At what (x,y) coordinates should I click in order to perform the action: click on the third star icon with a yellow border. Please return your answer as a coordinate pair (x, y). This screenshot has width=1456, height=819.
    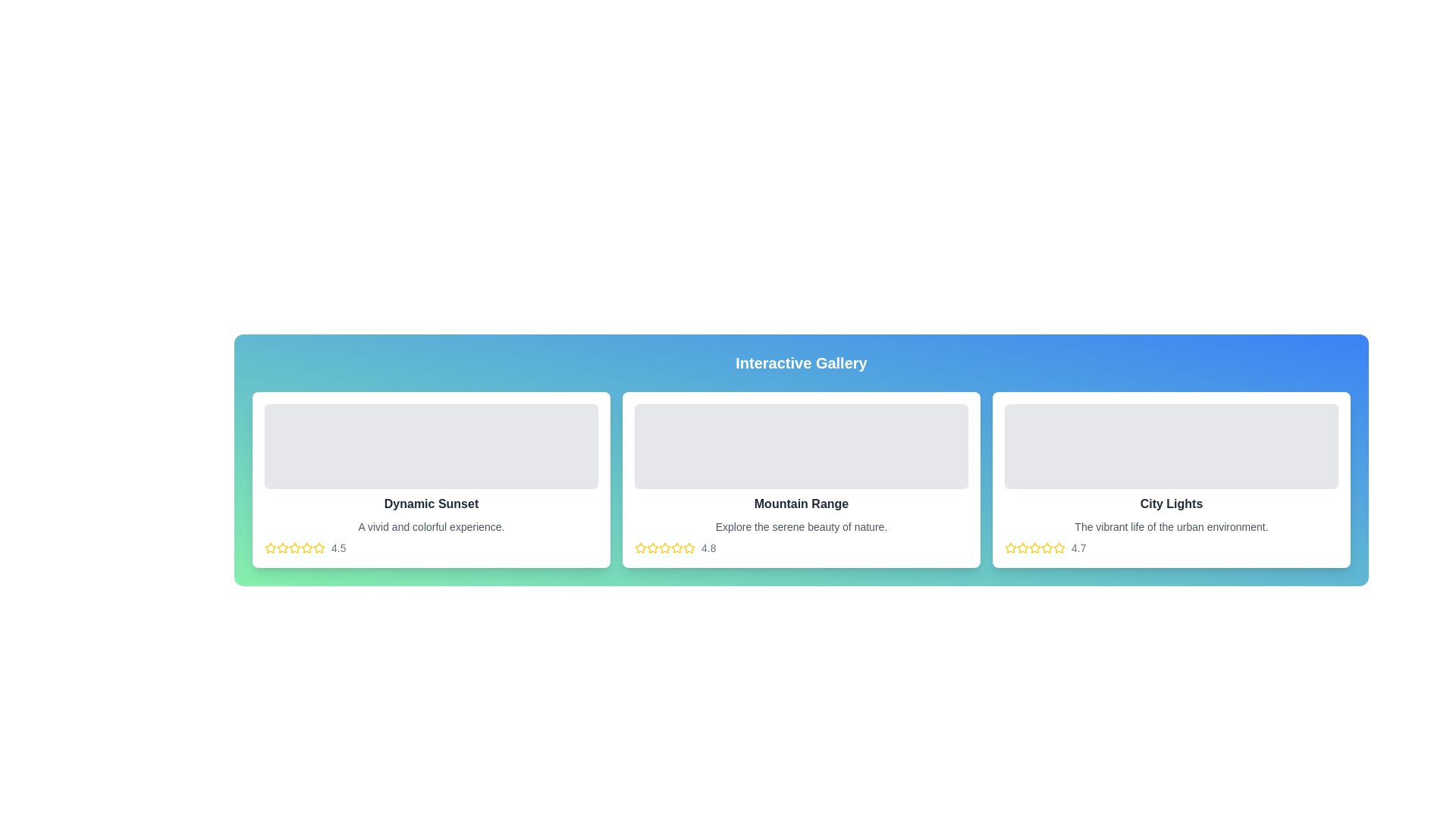
    Looking at the image, I should click on (652, 548).